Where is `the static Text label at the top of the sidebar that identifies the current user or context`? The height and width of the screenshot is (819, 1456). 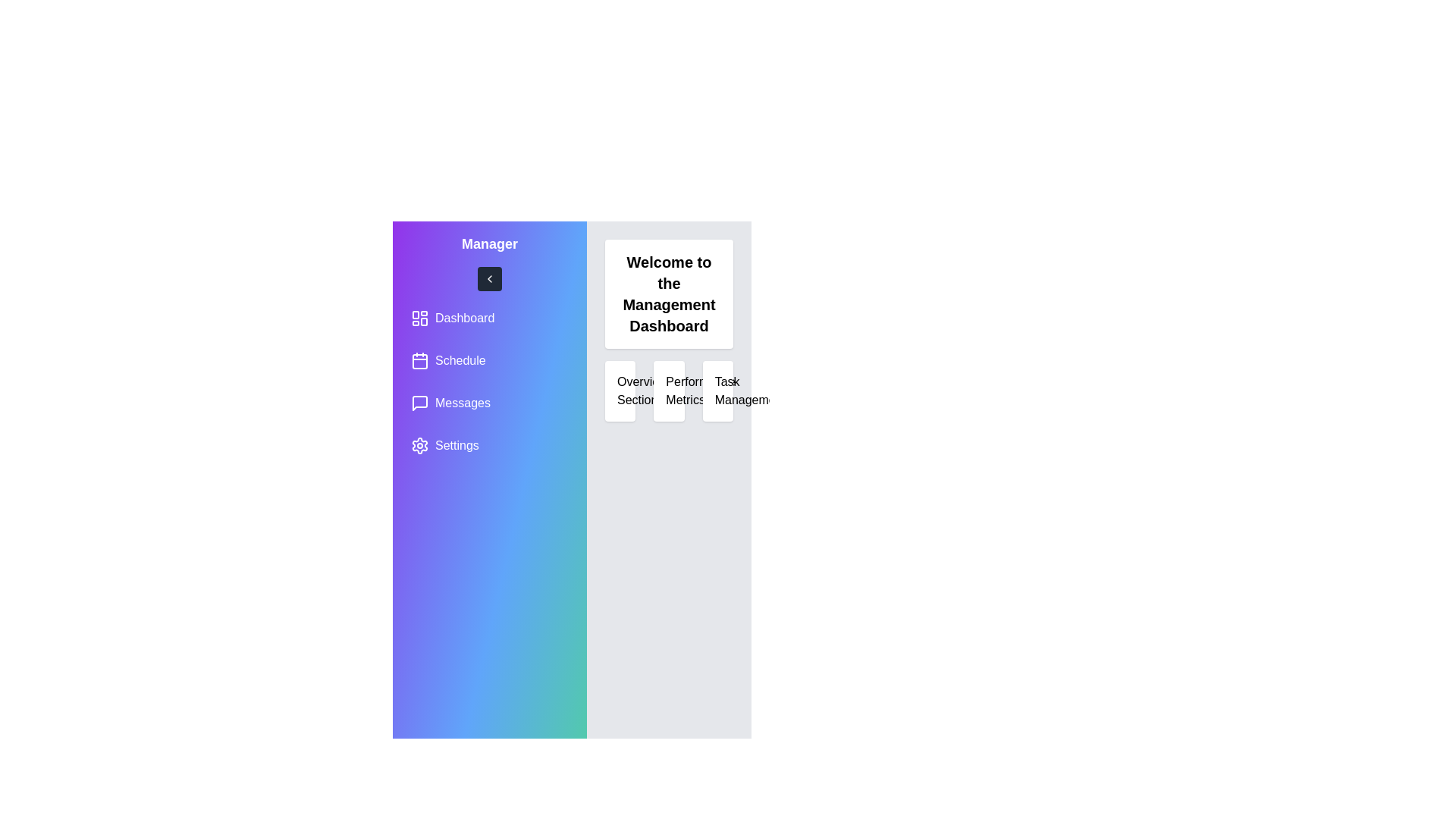
the static Text label at the top of the sidebar that identifies the current user or context is located at coordinates (490, 243).